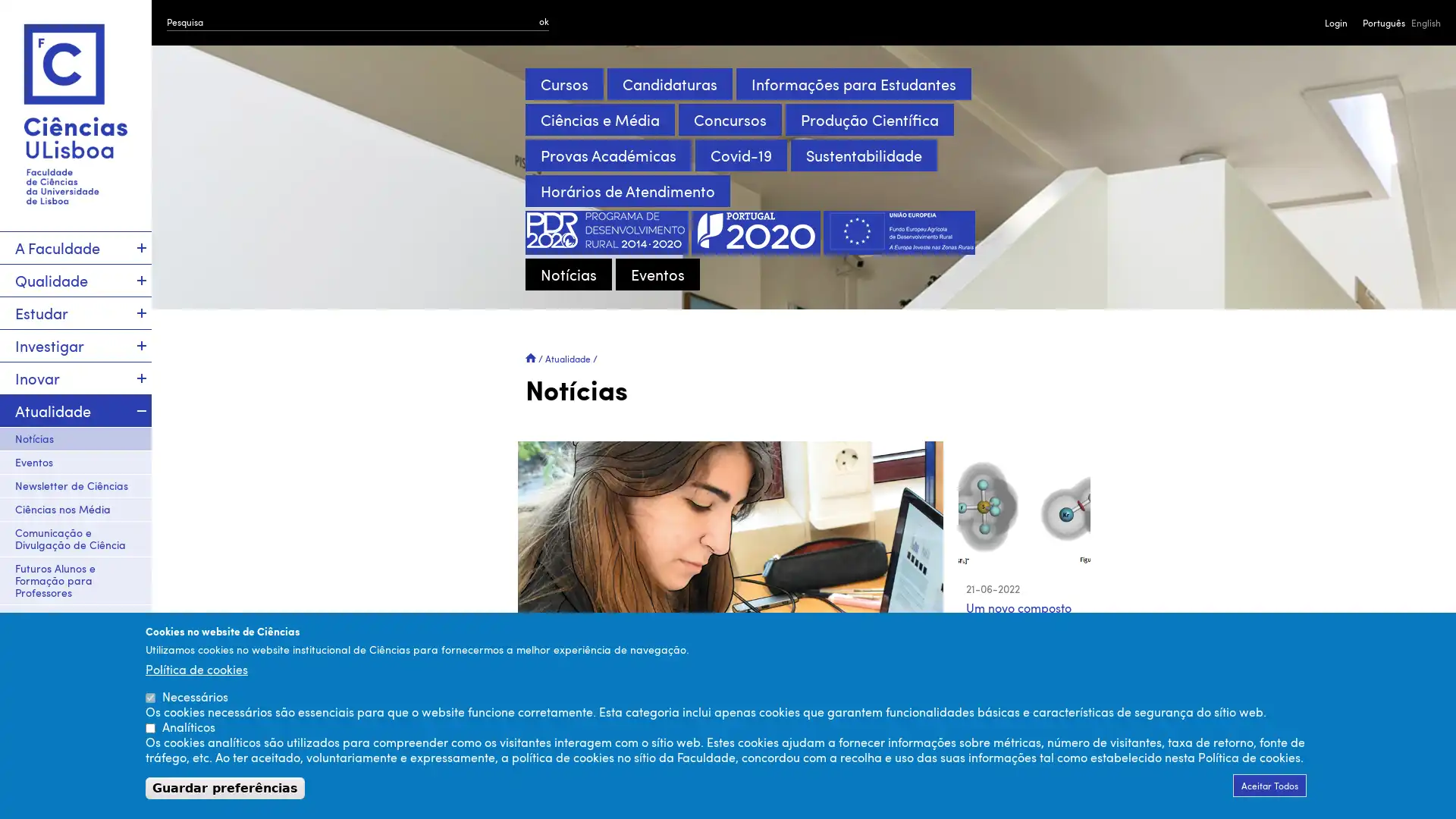 This screenshot has width=1456, height=819. What do you see at coordinates (544, 20) in the screenshot?
I see `ok` at bounding box center [544, 20].